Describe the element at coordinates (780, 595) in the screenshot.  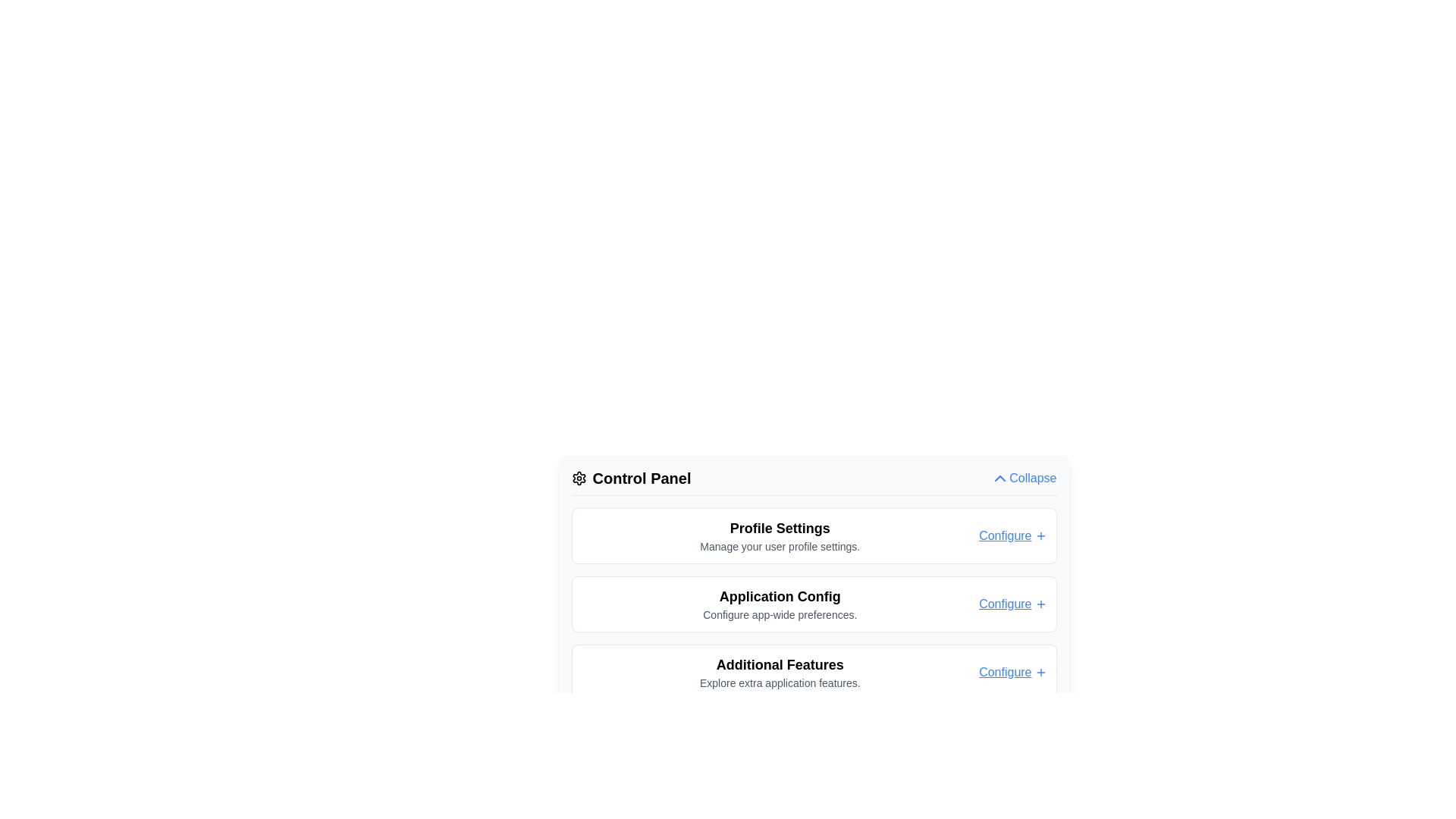
I see `the Static Text element titled 'Application Config'` at that location.